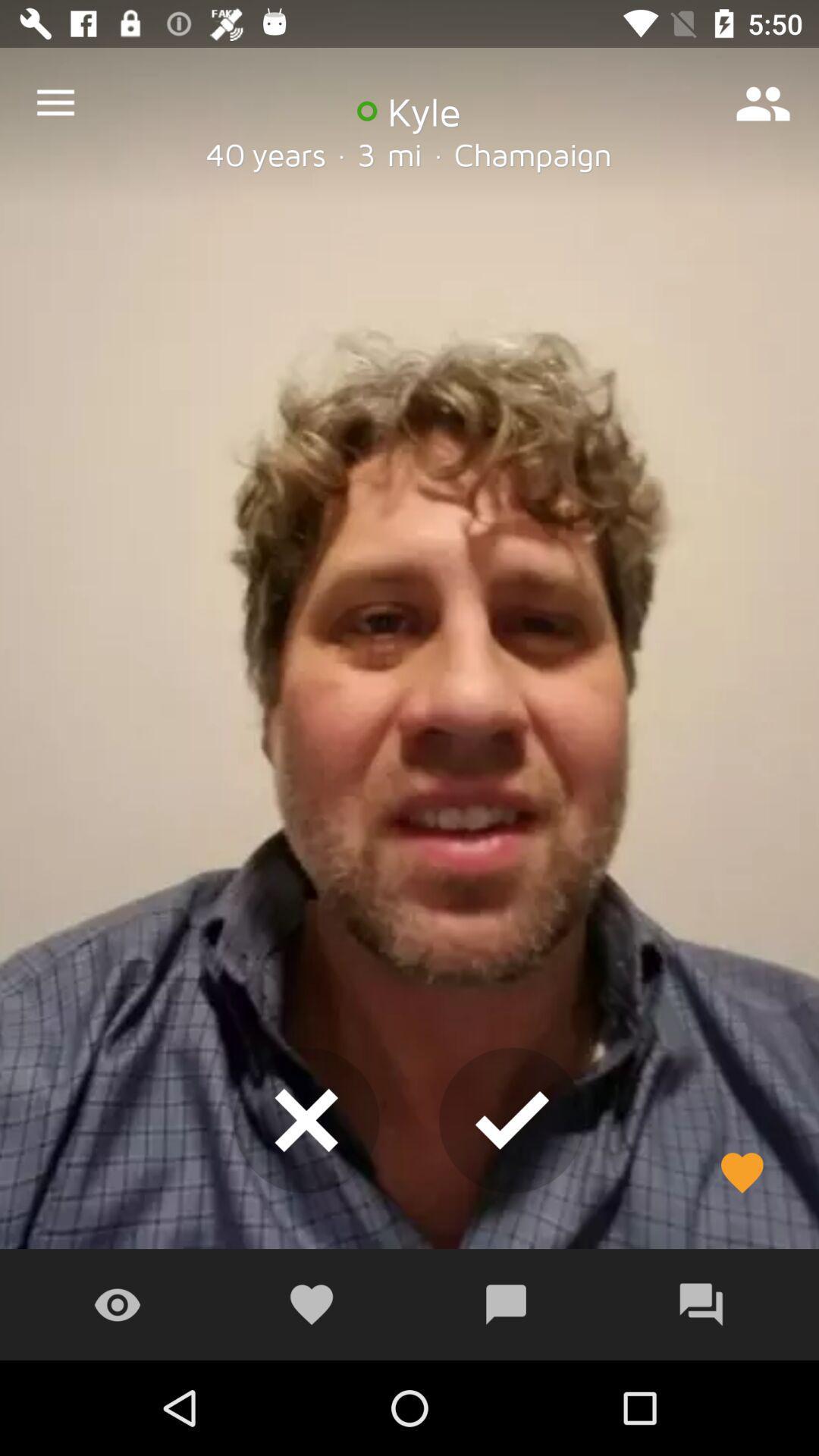  What do you see at coordinates (306, 1120) in the screenshot?
I see `the close icon` at bounding box center [306, 1120].